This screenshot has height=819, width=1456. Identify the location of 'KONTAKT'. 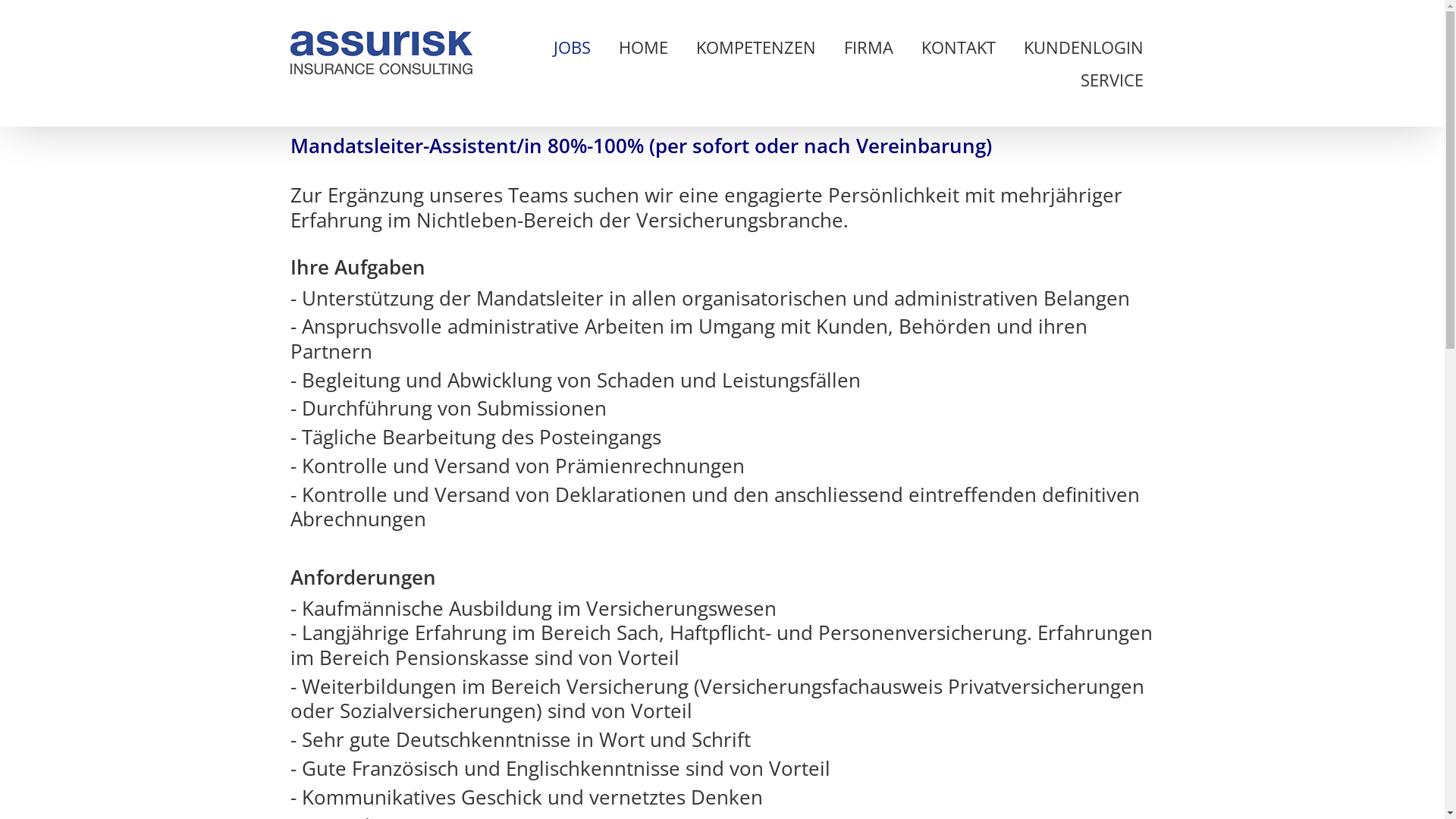
(957, 46).